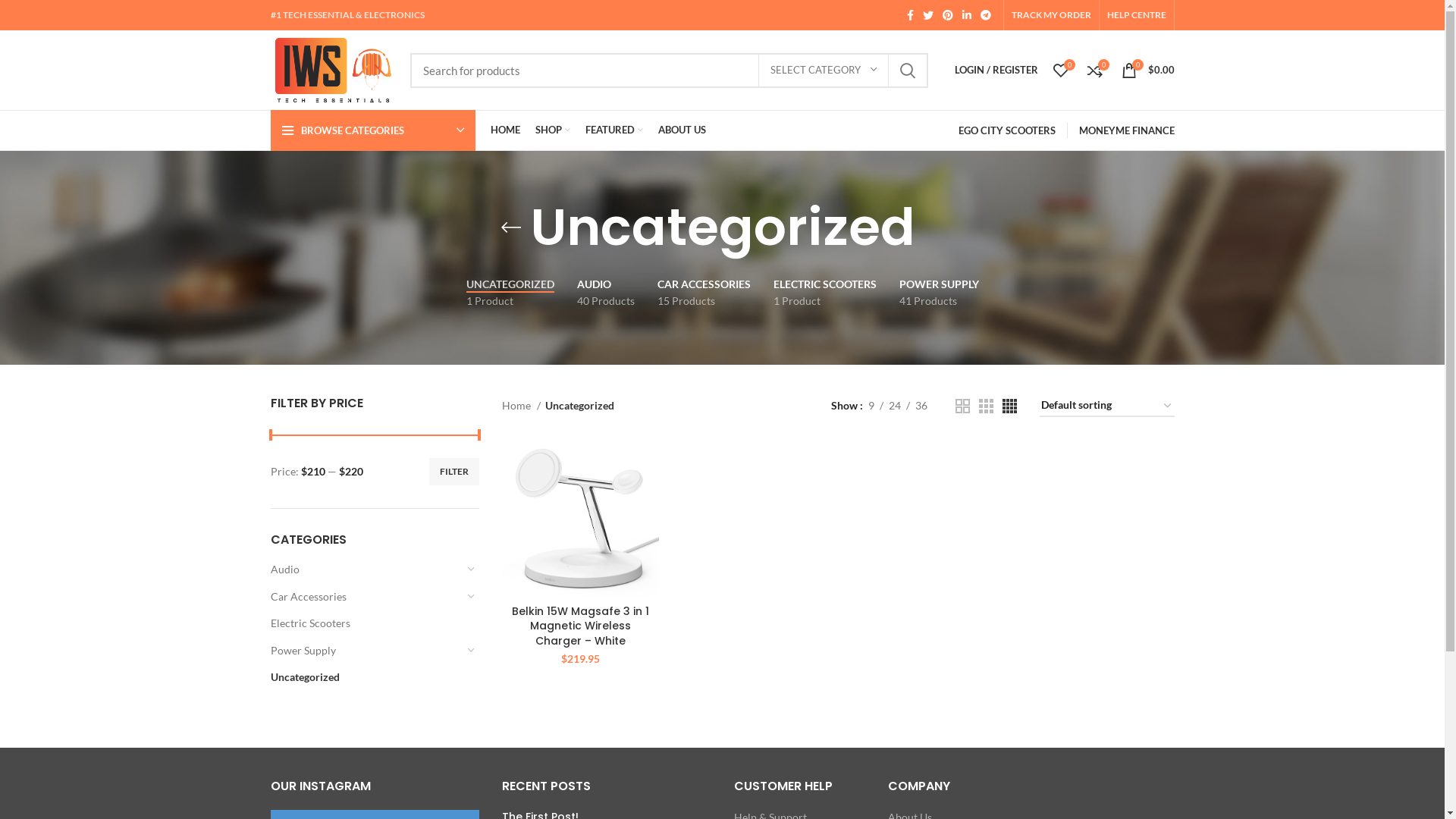 The width and height of the screenshot is (1456, 819). I want to click on 'FEATURED', so click(614, 130).